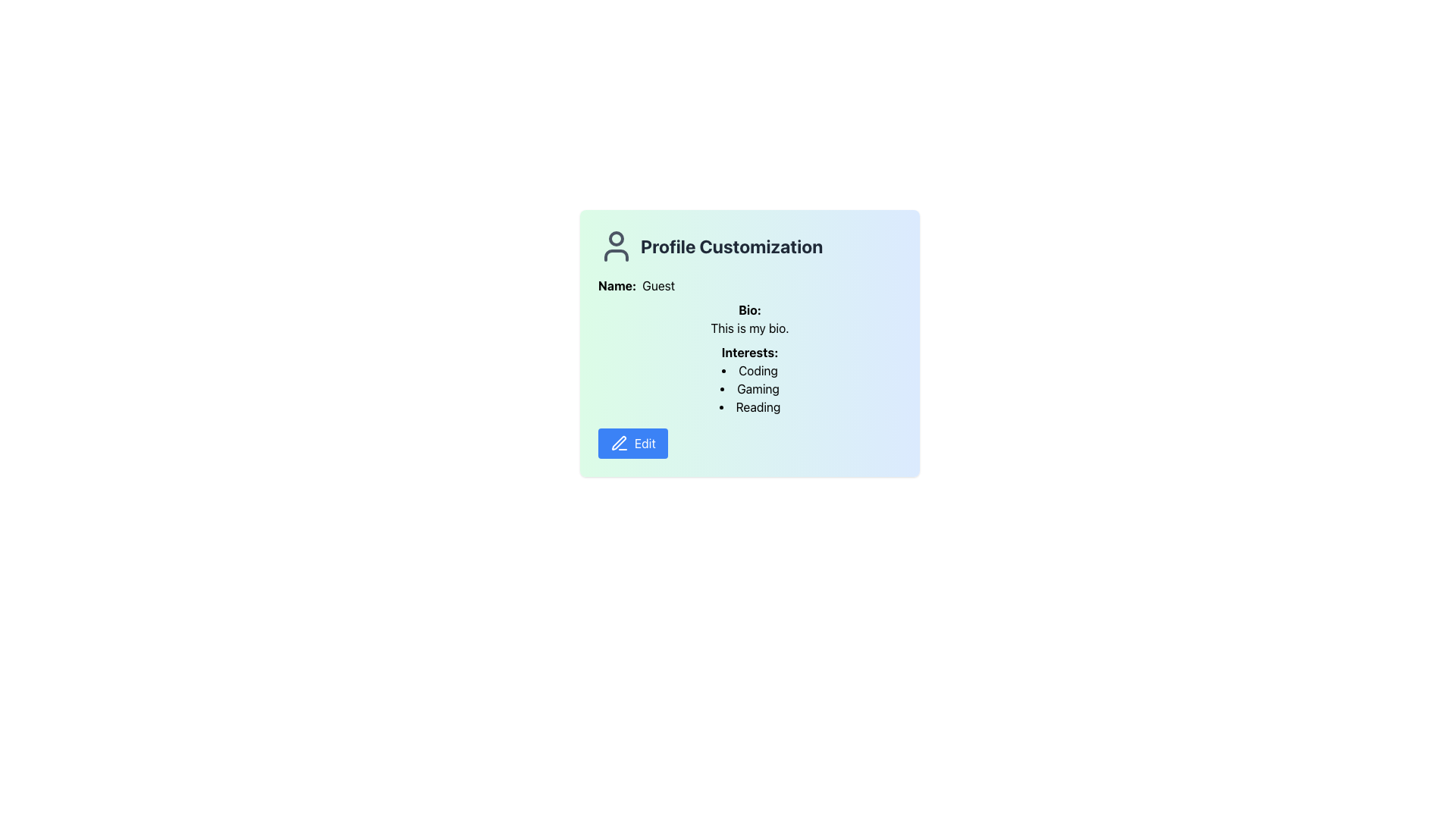  What do you see at coordinates (749, 327) in the screenshot?
I see `biography text displayed in the read-only text element located beneath the 'Bio:' label in the Profile Customization section` at bounding box center [749, 327].